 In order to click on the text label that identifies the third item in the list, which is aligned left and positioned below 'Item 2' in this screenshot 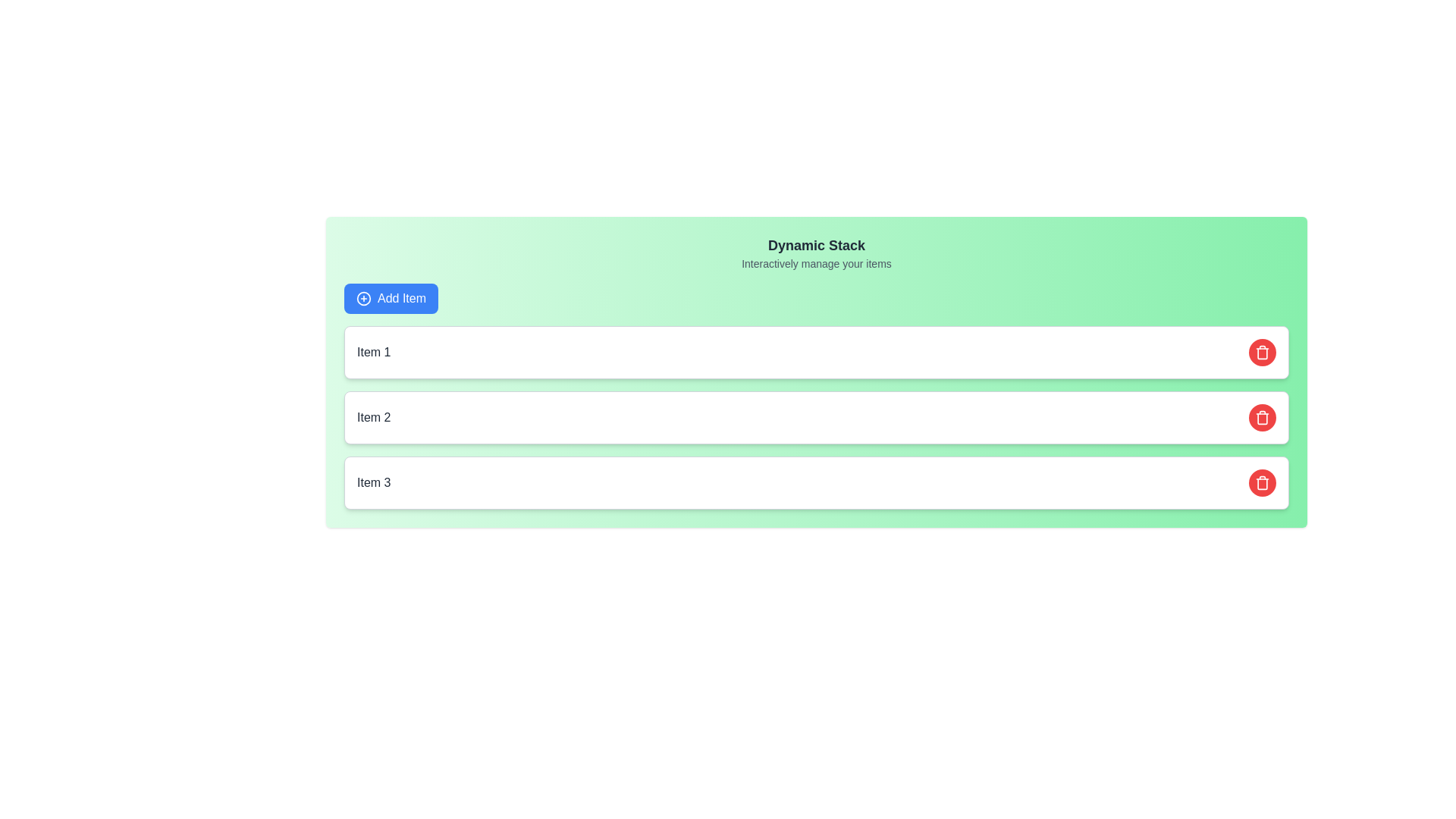, I will do `click(374, 482)`.